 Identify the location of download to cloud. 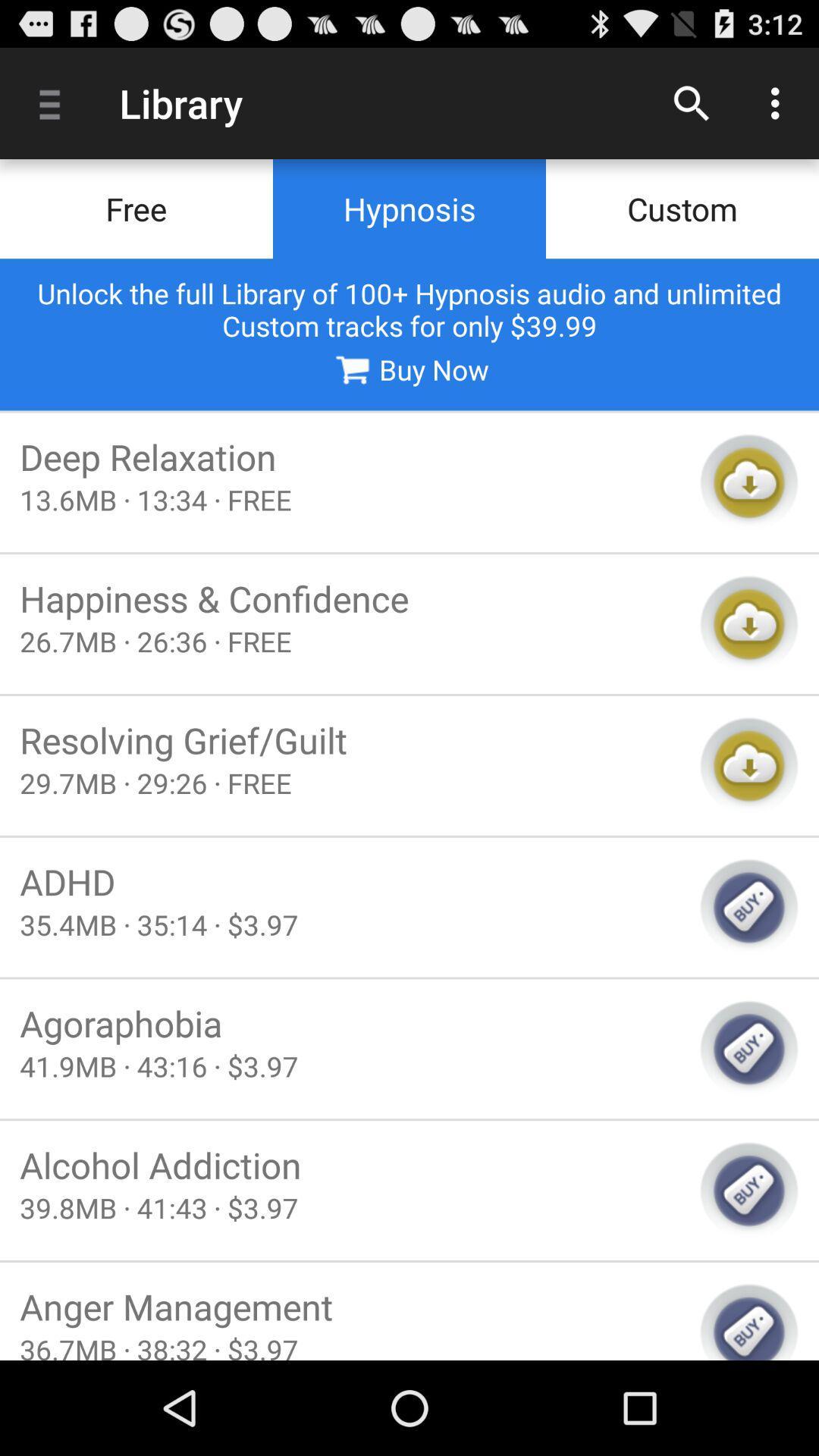
(748, 765).